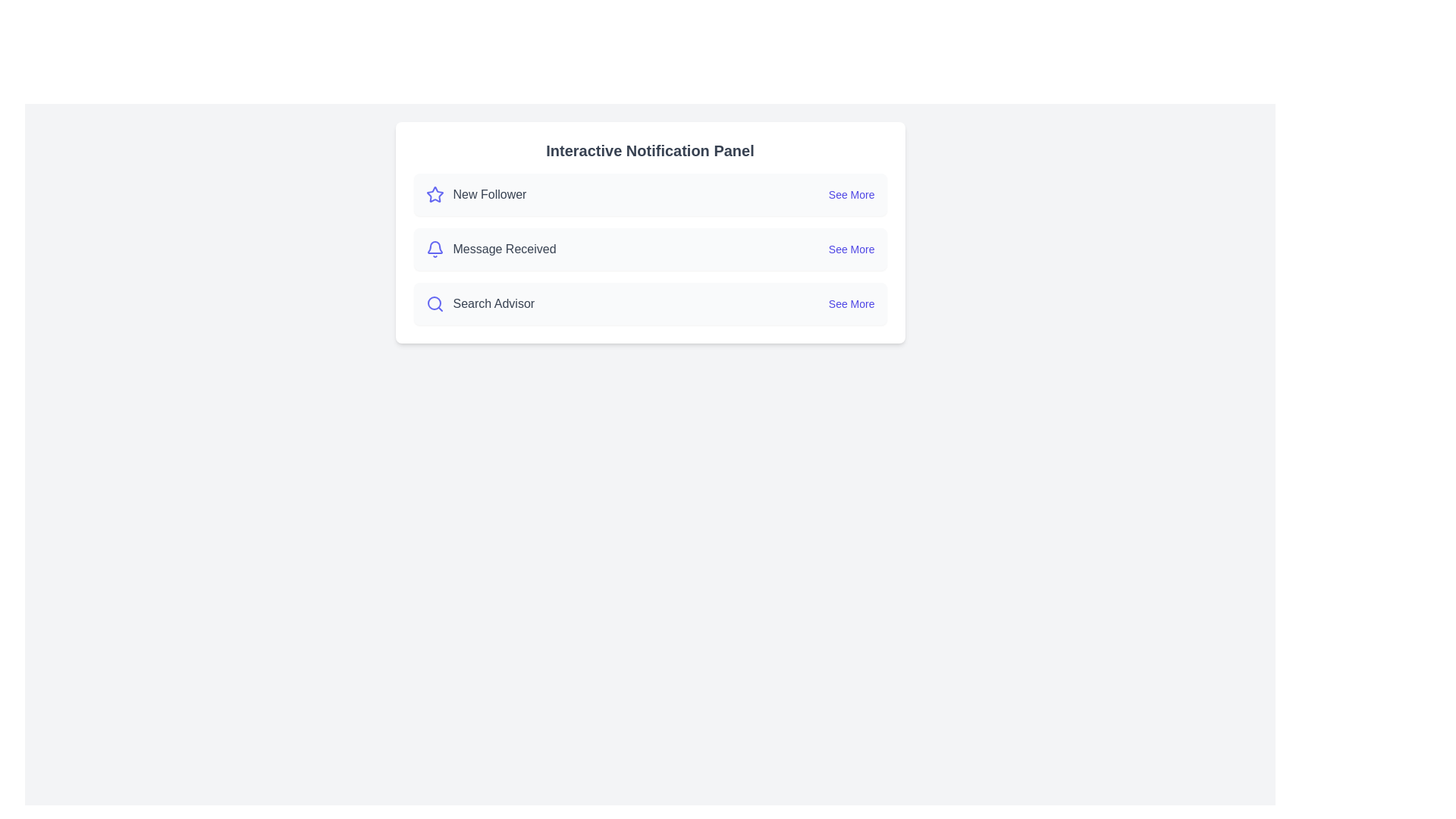 This screenshot has height=819, width=1456. Describe the element at coordinates (494, 304) in the screenshot. I see `the descriptive label text located in the third entry of the Interactive Notification Panel, positioned below 'Message Received' and above 'See More.'` at that location.